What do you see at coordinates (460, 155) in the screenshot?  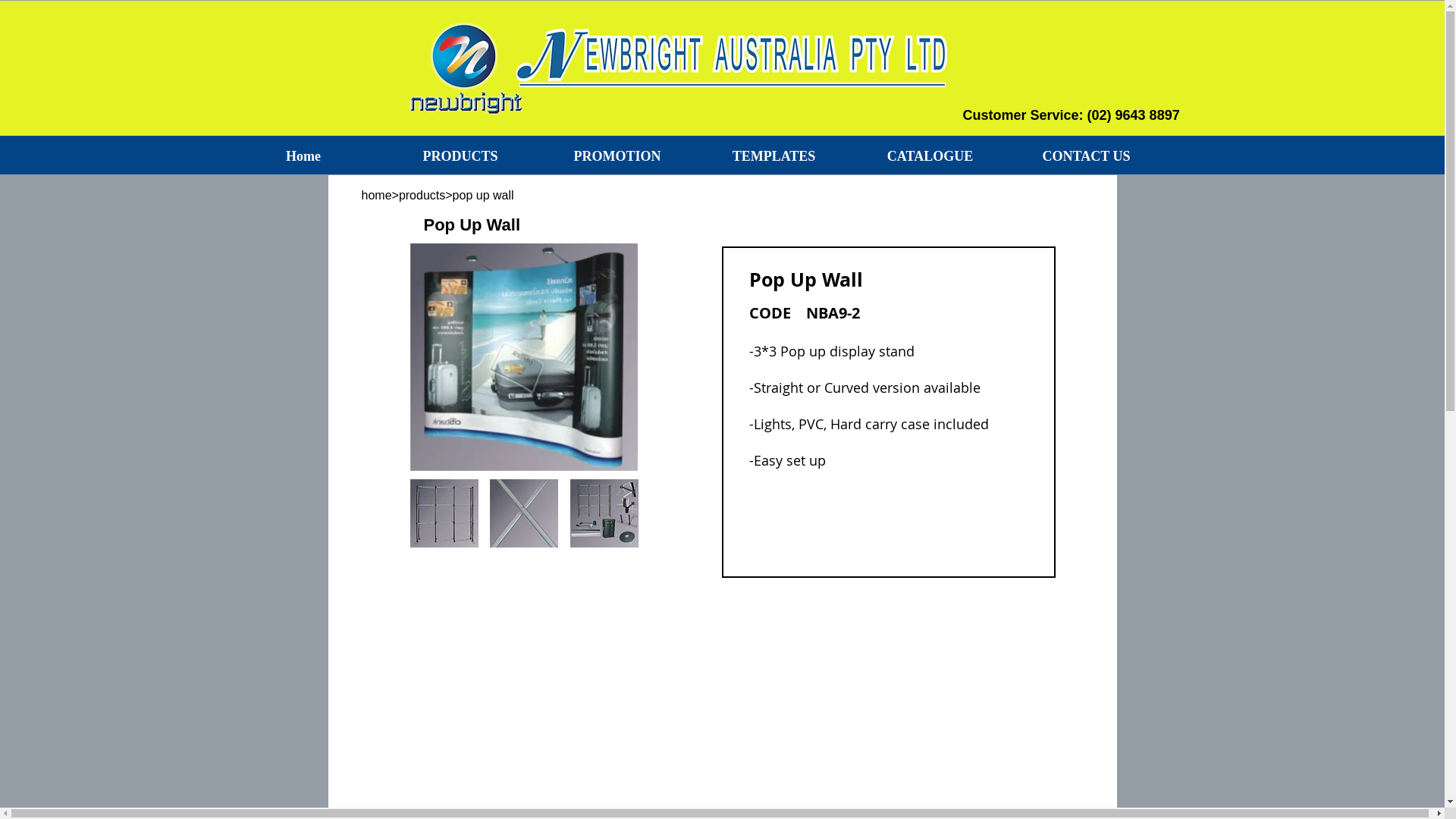 I see `'PRODUCTS'` at bounding box center [460, 155].